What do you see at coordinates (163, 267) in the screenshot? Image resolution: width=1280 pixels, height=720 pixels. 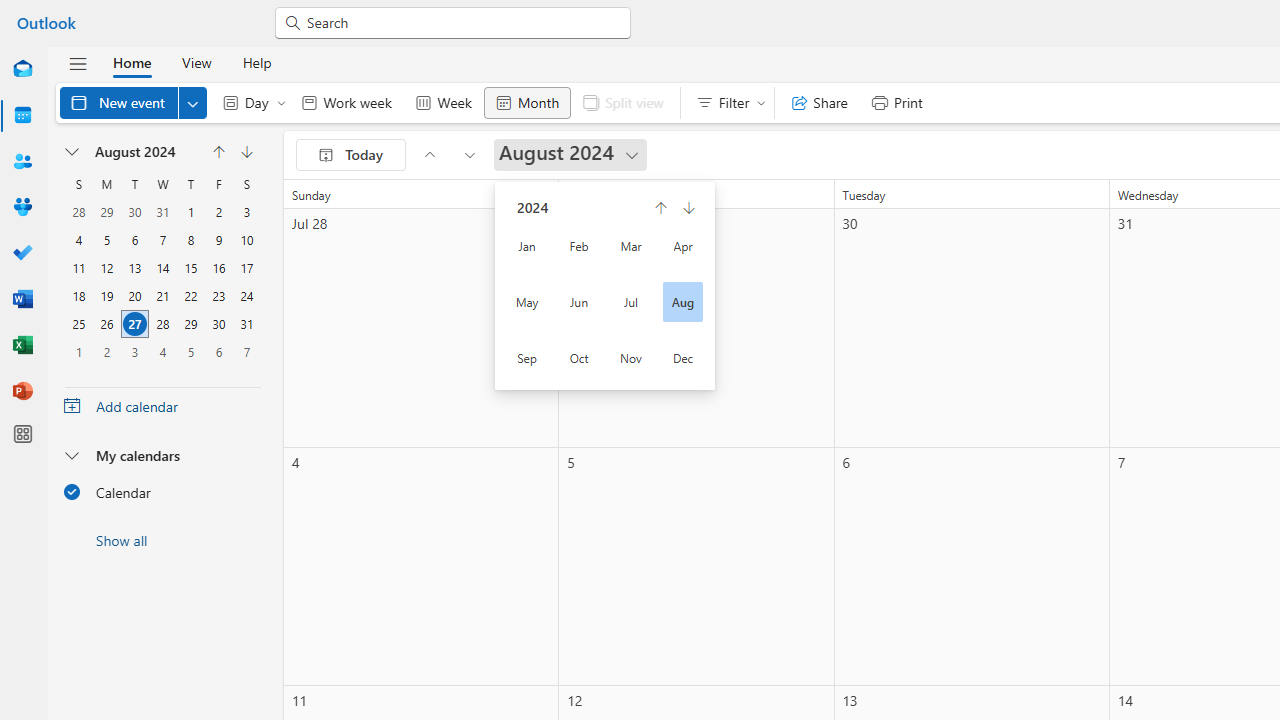 I see `'14, August, 2024'` at bounding box center [163, 267].